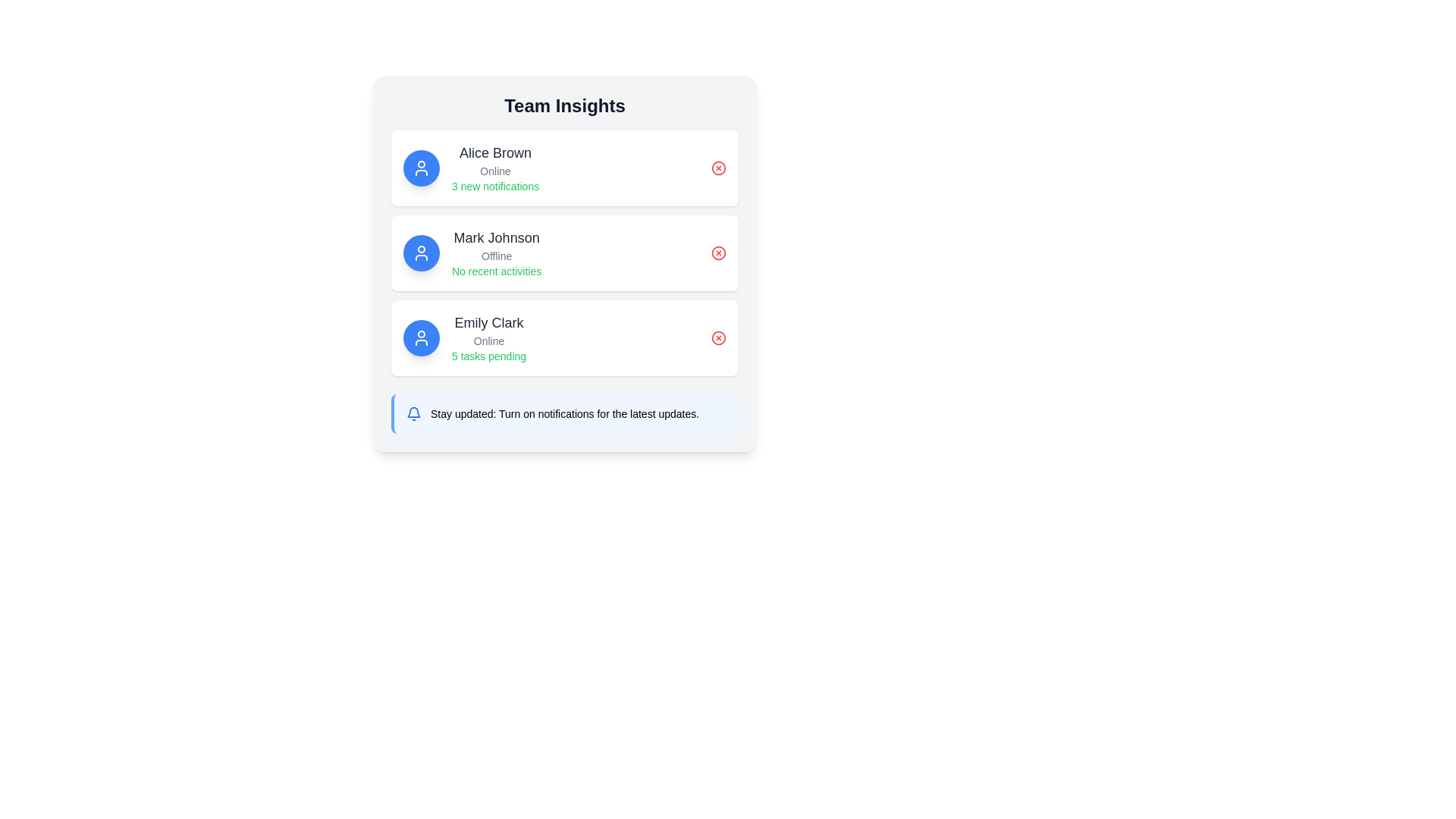 The image size is (1456, 819). What do you see at coordinates (422, 253) in the screenshot?
I see `the profile icon of 'Mark Johnson', which represents a team member's avatar in the middle card of the list` at bounding box center [422, 253].